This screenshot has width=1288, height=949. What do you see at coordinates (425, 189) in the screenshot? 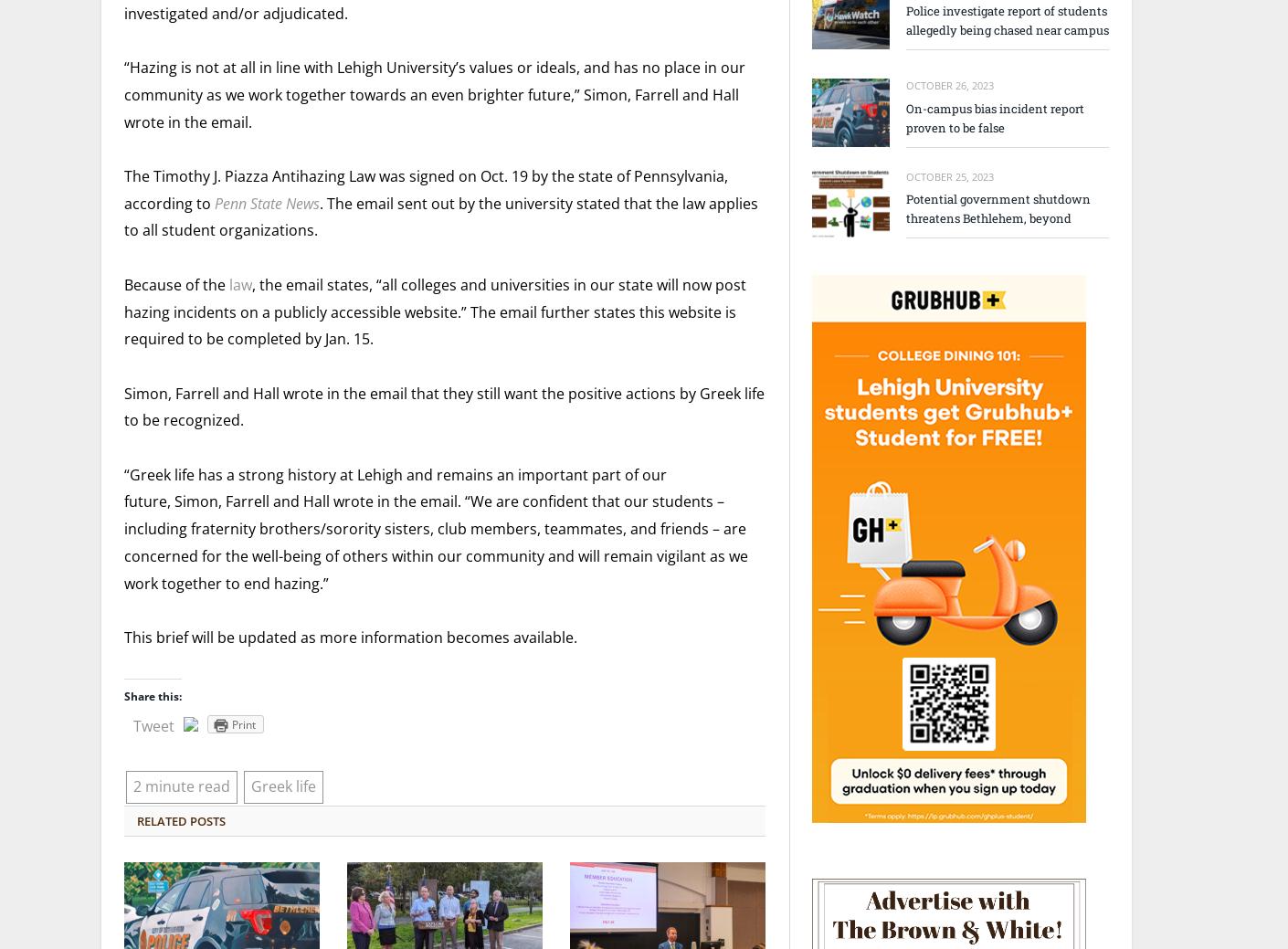
I see `'The Timothy J. Piazza Antihazing Law was signed on Oct. 19 by the state of Pennsylvania, according to'` at bounding box center [425, 189].